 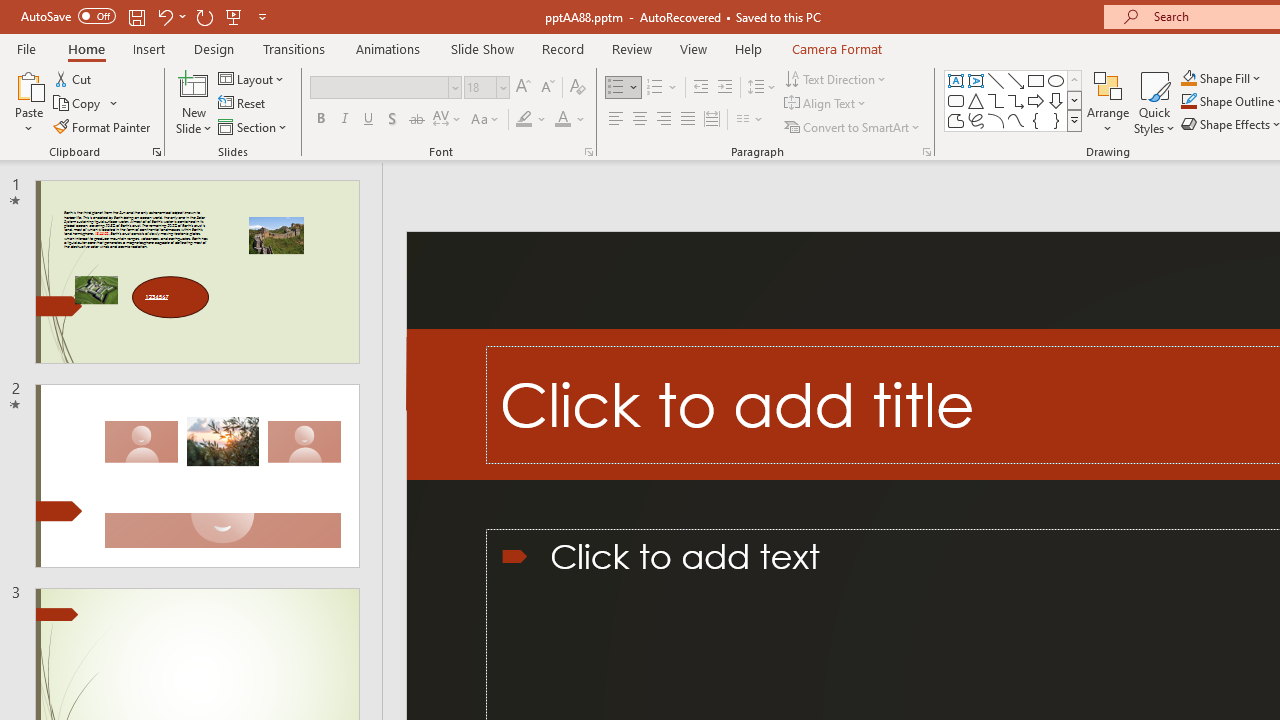 What do you see at coordinates (640, 119) in the screenshot?
I see `'Center'` at bounding box center [640, 119].